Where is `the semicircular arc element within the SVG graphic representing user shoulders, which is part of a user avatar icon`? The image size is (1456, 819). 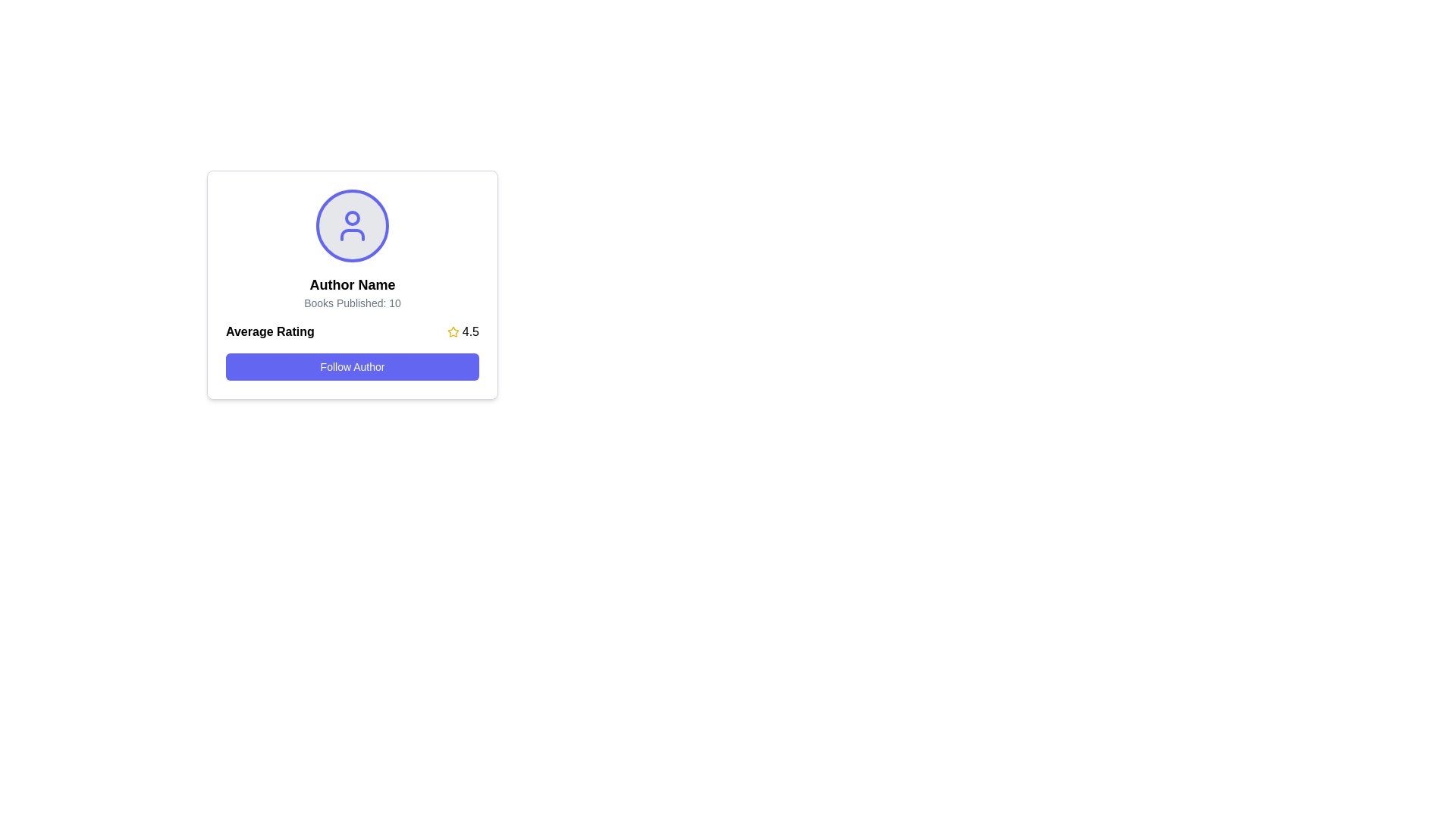
the semicircular arc element within the SVG graphic representing user shoulders, which is part of a user avatar icon is located at coordinates (352, 234).